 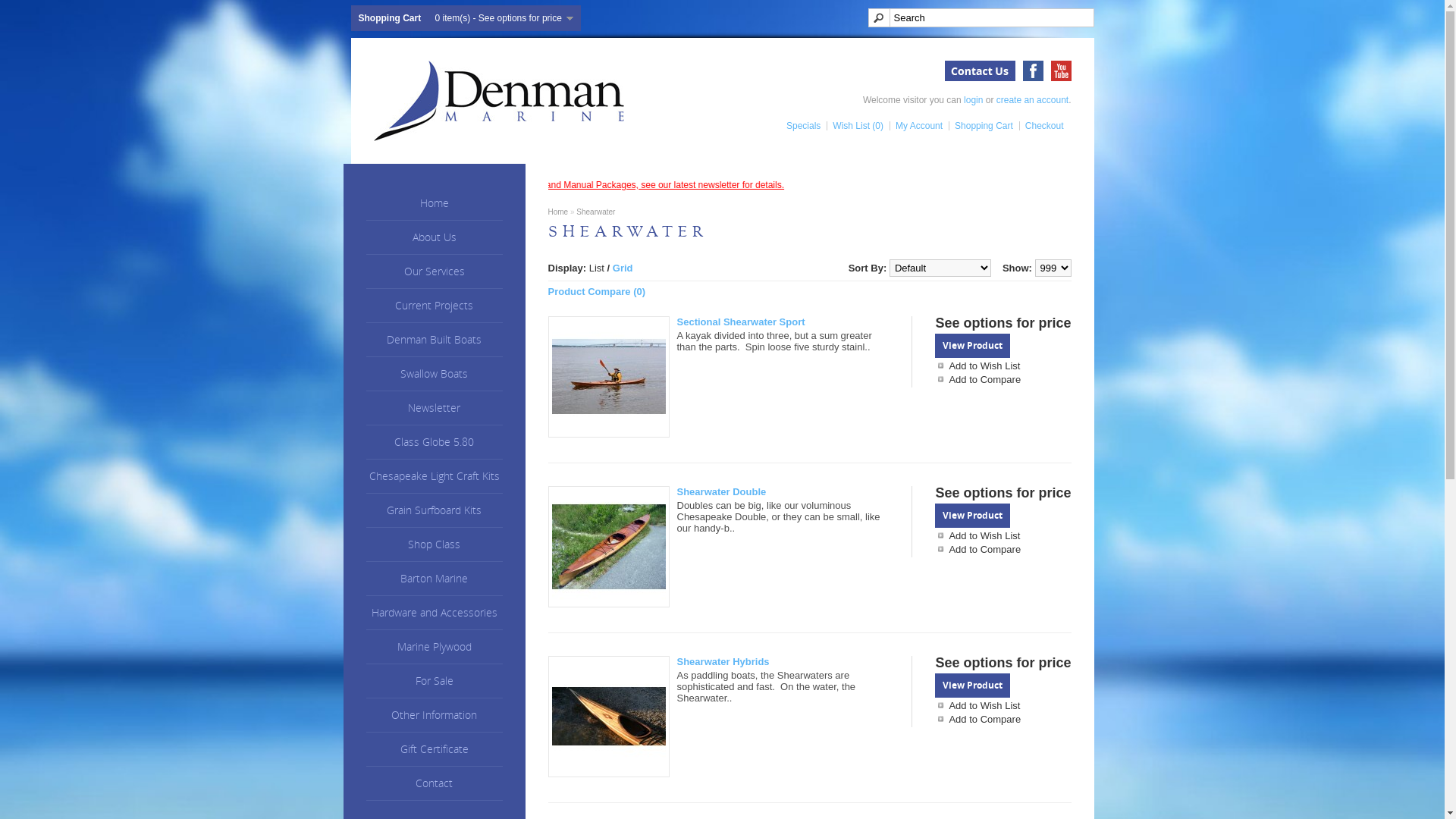 What do you see at coordinates (1003, 535) in the screenshot?
I see `'Add to Wish List'` at bounding box center [1003, 535].